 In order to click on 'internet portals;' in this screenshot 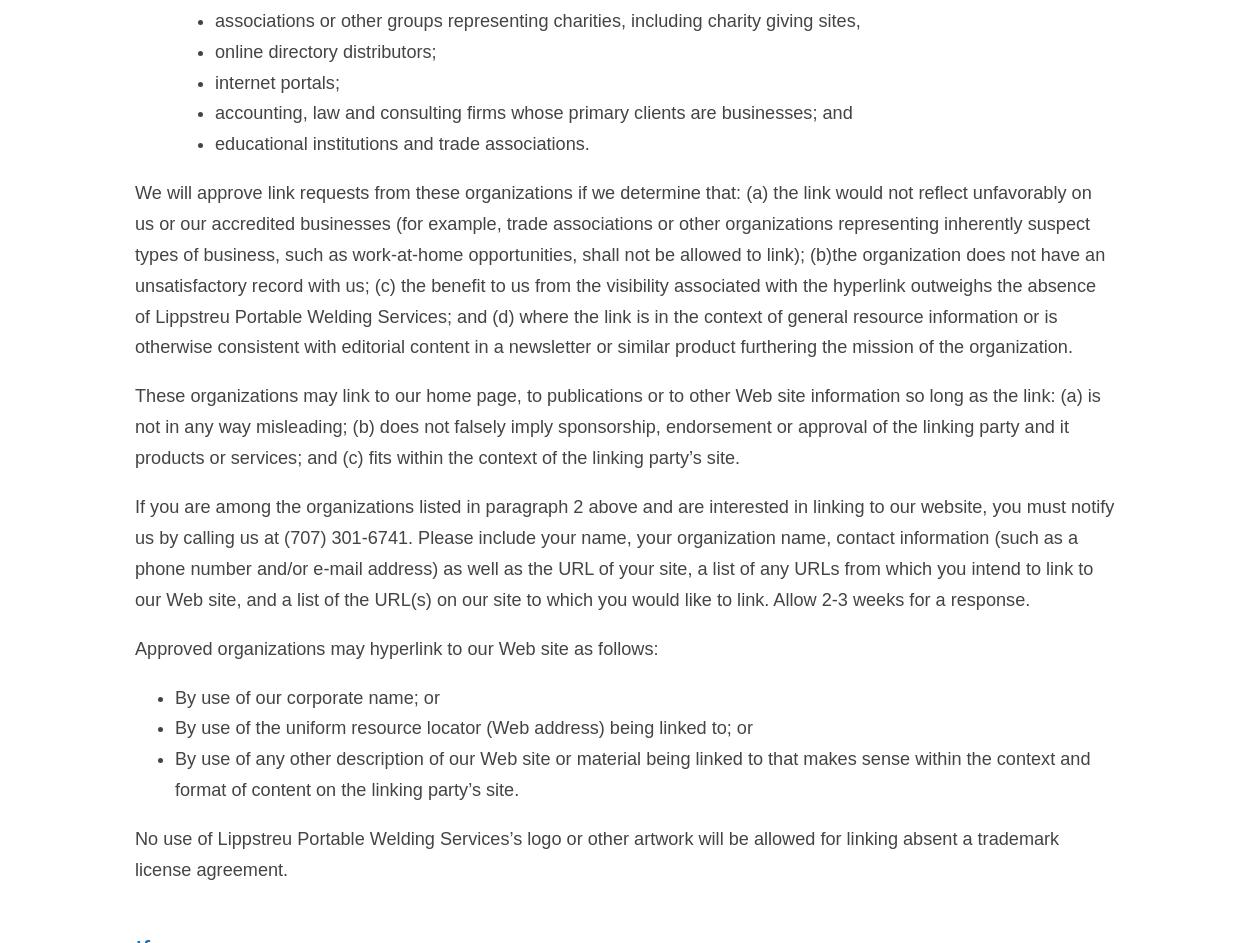, I will do `click(277, 81)`.